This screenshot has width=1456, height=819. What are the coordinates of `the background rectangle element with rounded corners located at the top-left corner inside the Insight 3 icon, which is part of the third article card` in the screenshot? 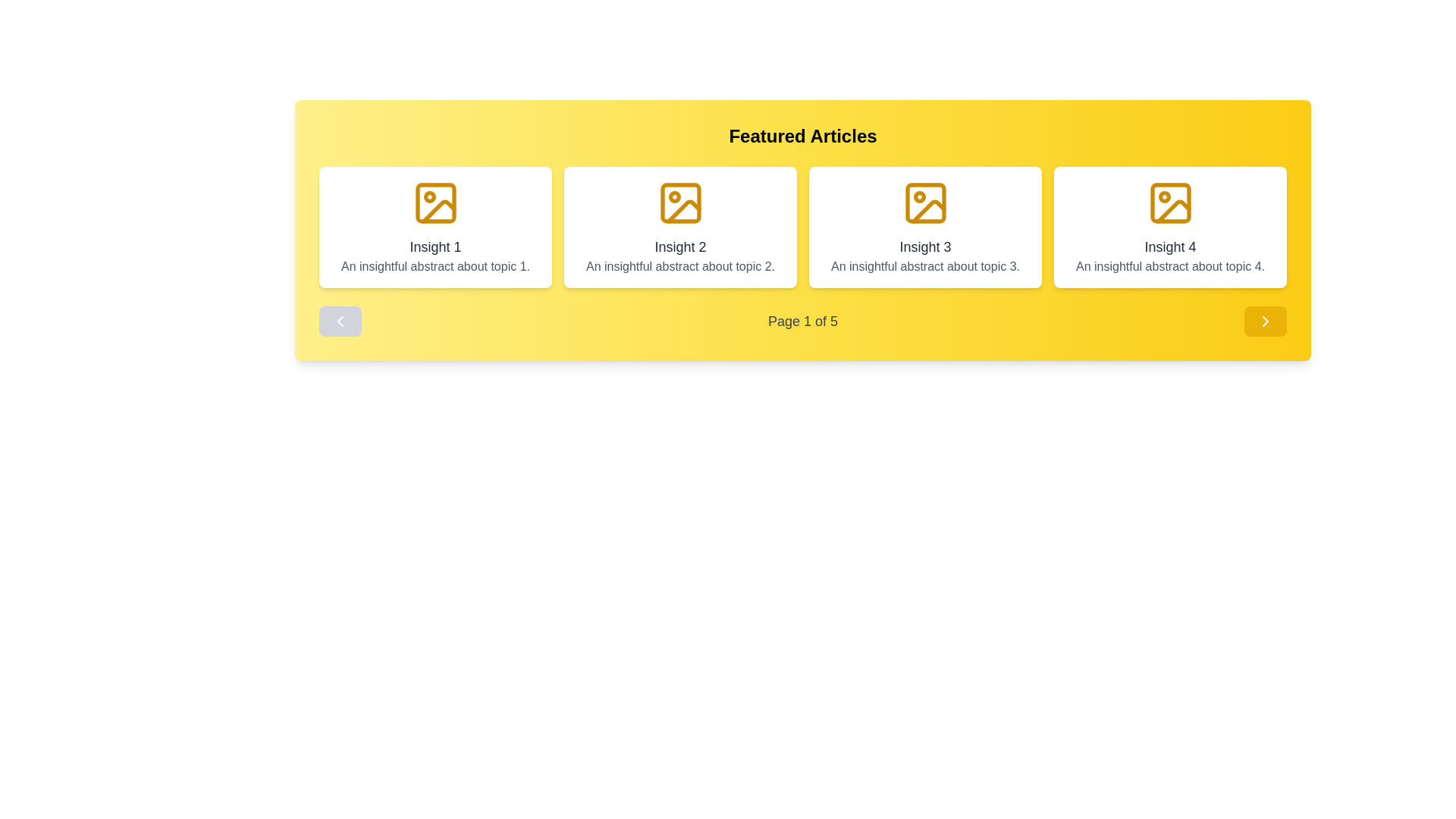 It's located at (924, 202).